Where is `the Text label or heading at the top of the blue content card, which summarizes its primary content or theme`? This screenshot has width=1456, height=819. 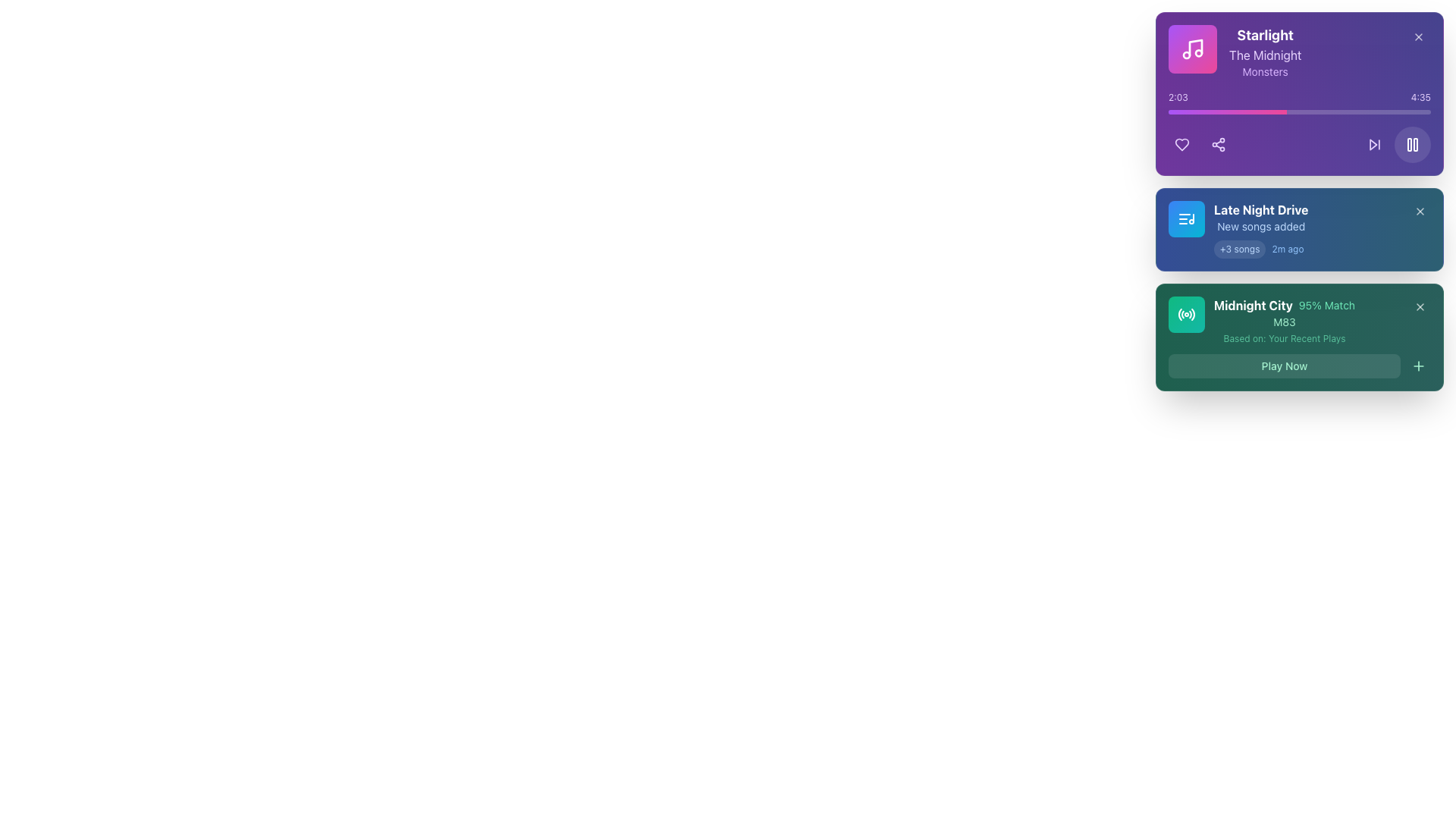 the Text label or heading at the top of the blue content card, which summarizes its primary content or theme is located at coordinates (1261, 210).